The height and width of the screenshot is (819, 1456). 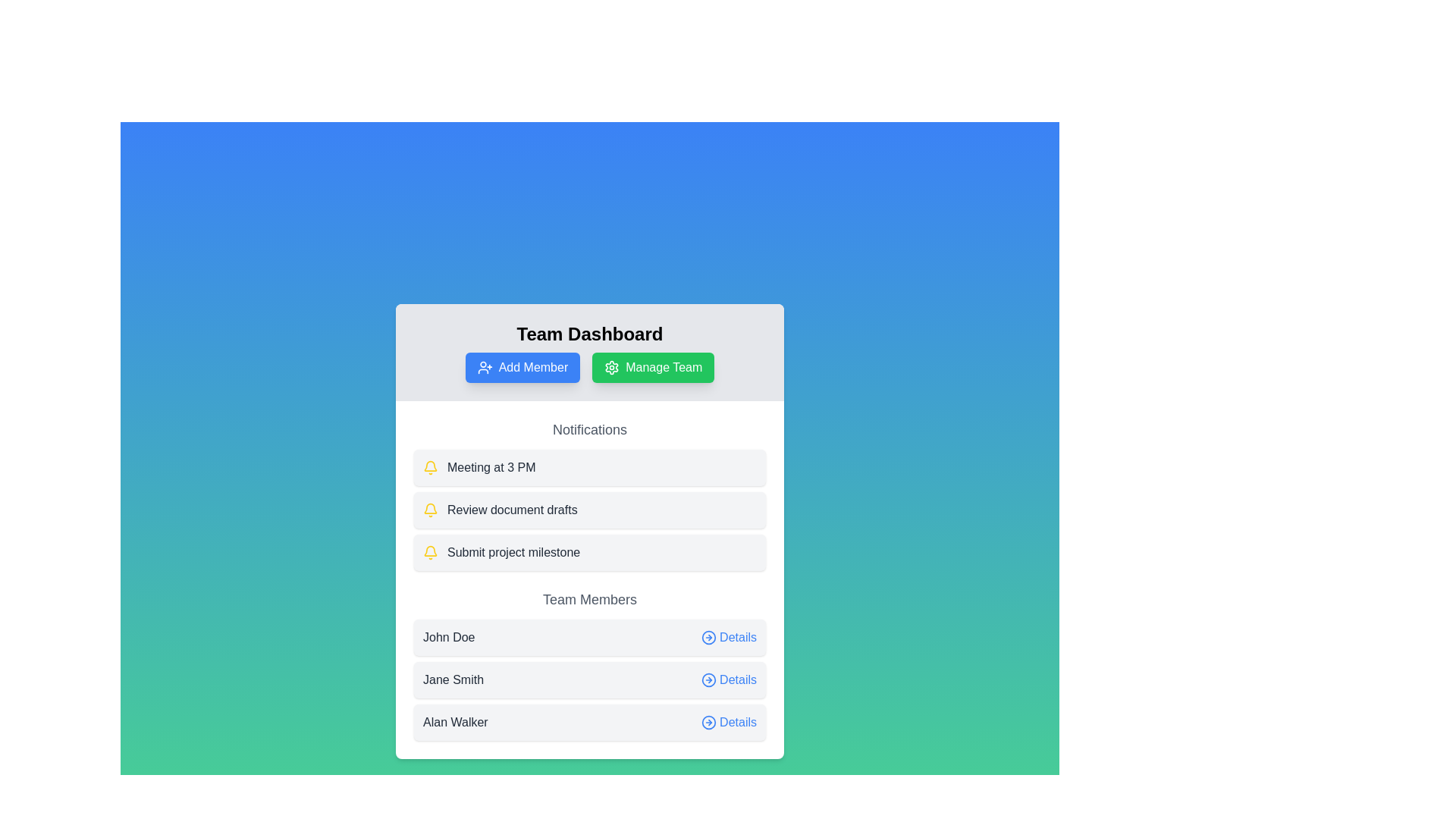 I want to click on the 'Details' button icon associated with the member 'John Doe', so click(x=708, y=637).